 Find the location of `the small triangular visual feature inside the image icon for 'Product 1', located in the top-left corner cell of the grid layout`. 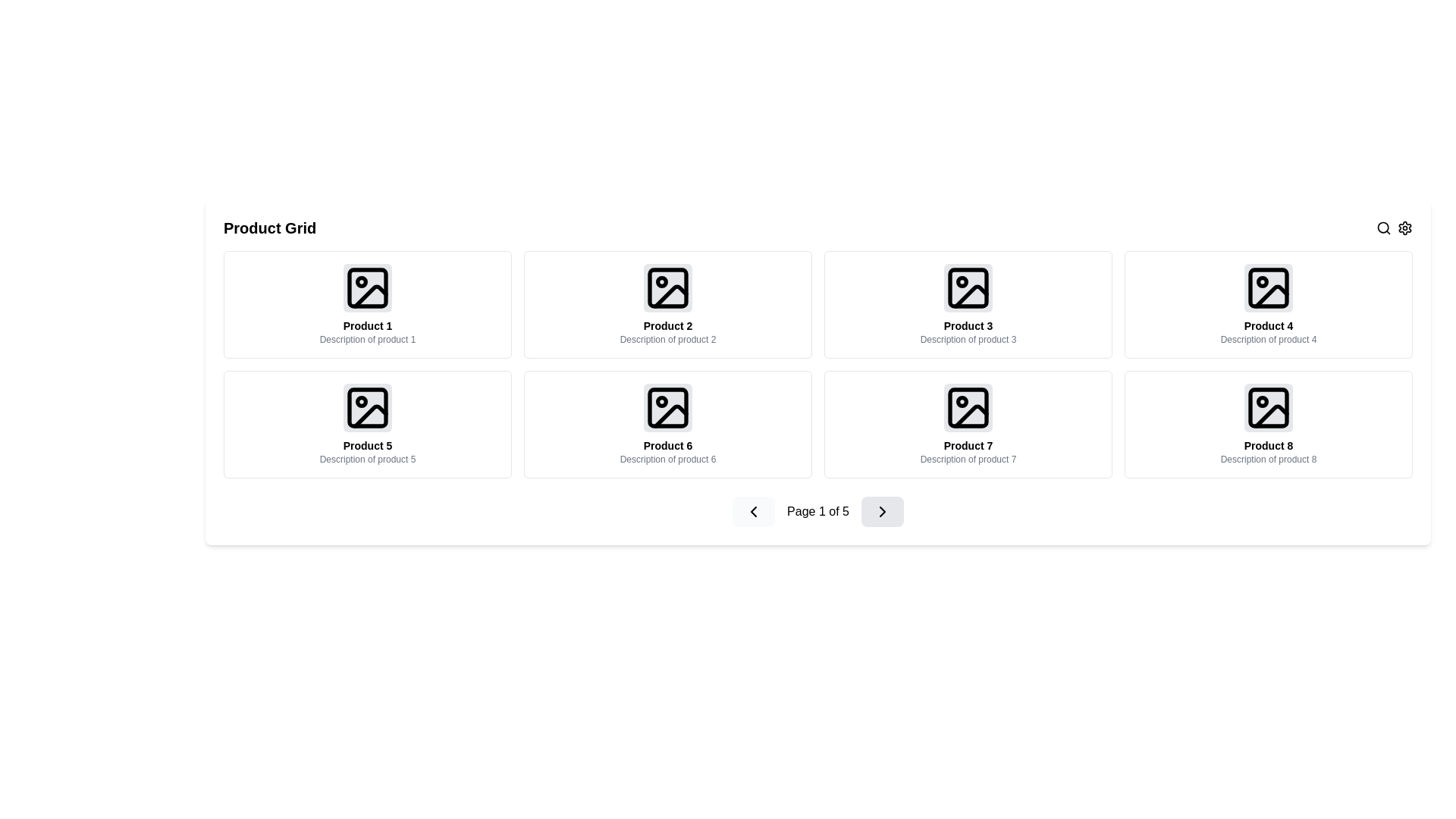

the small triangular visual feature inside the image icon for 'Product 1', located in the top-left corner cell of the grid layout is located at coordinates (371, 296).